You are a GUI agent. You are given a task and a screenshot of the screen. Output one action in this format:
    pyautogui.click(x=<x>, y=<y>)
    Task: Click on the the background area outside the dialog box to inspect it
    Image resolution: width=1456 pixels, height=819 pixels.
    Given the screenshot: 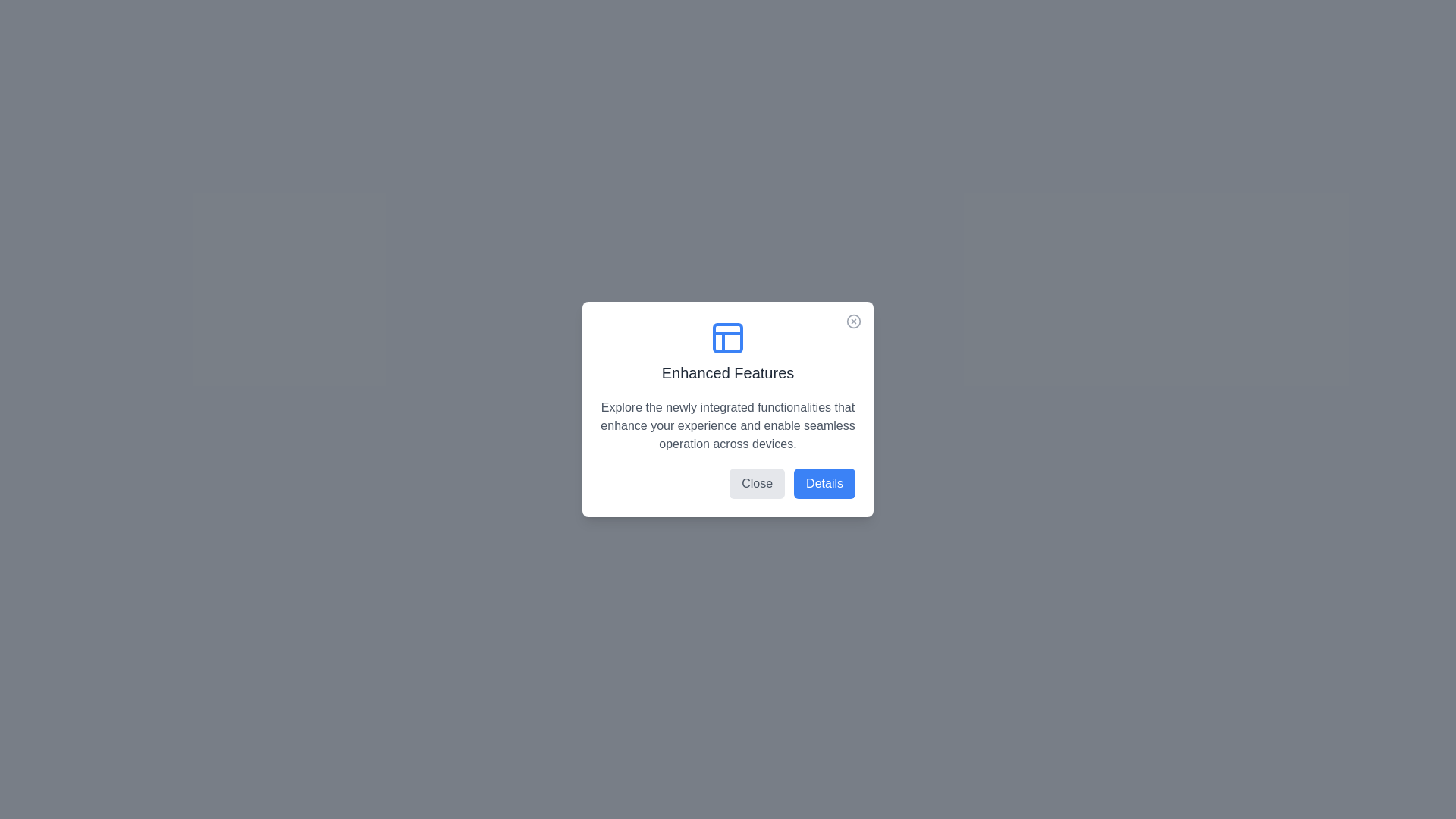 What is the action you would take?
    pyautogui.click(x=75, y=76)
    